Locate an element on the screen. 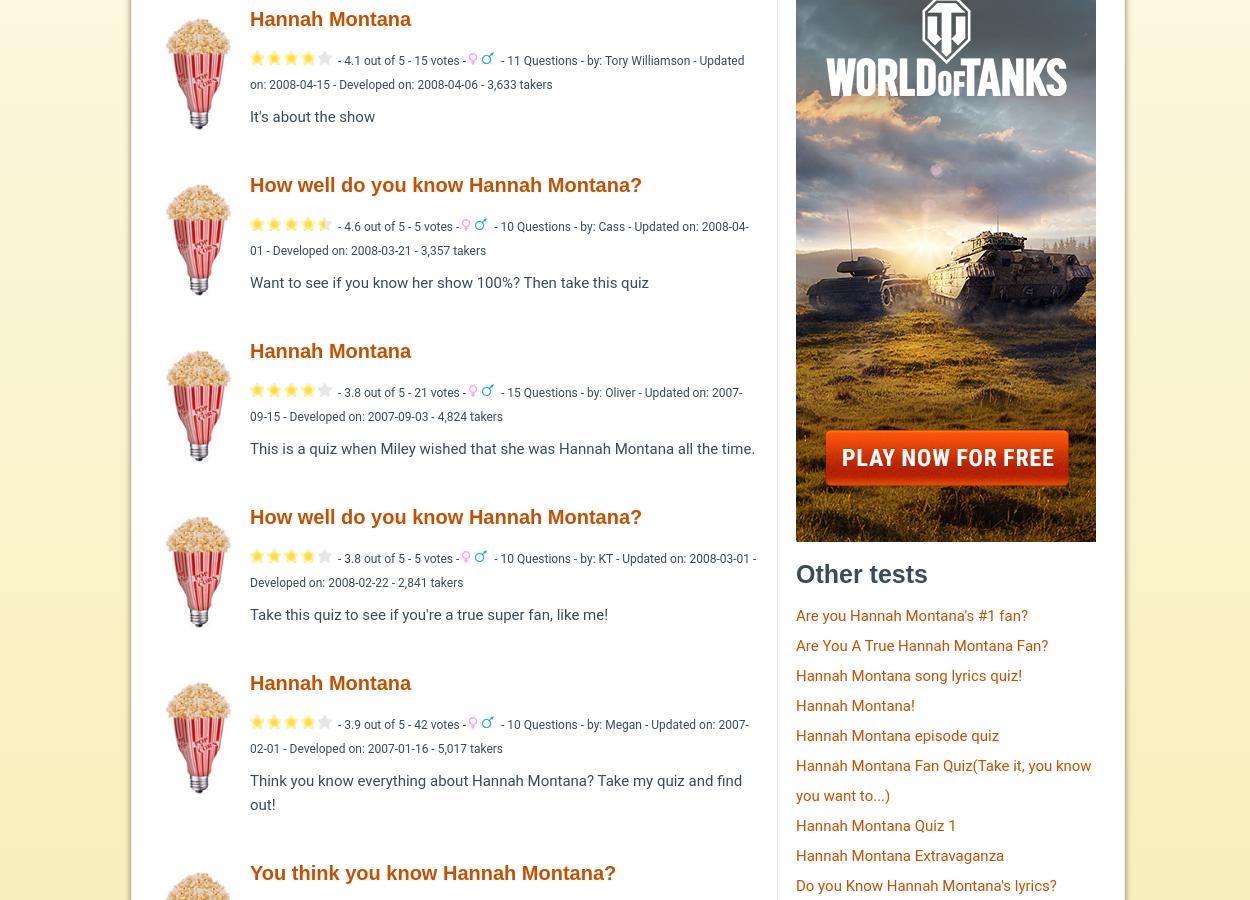 The height and width of the screenshot is (900, 1250). 'Hannah Montana Extravaganza' is located at coordinates (796, 855).